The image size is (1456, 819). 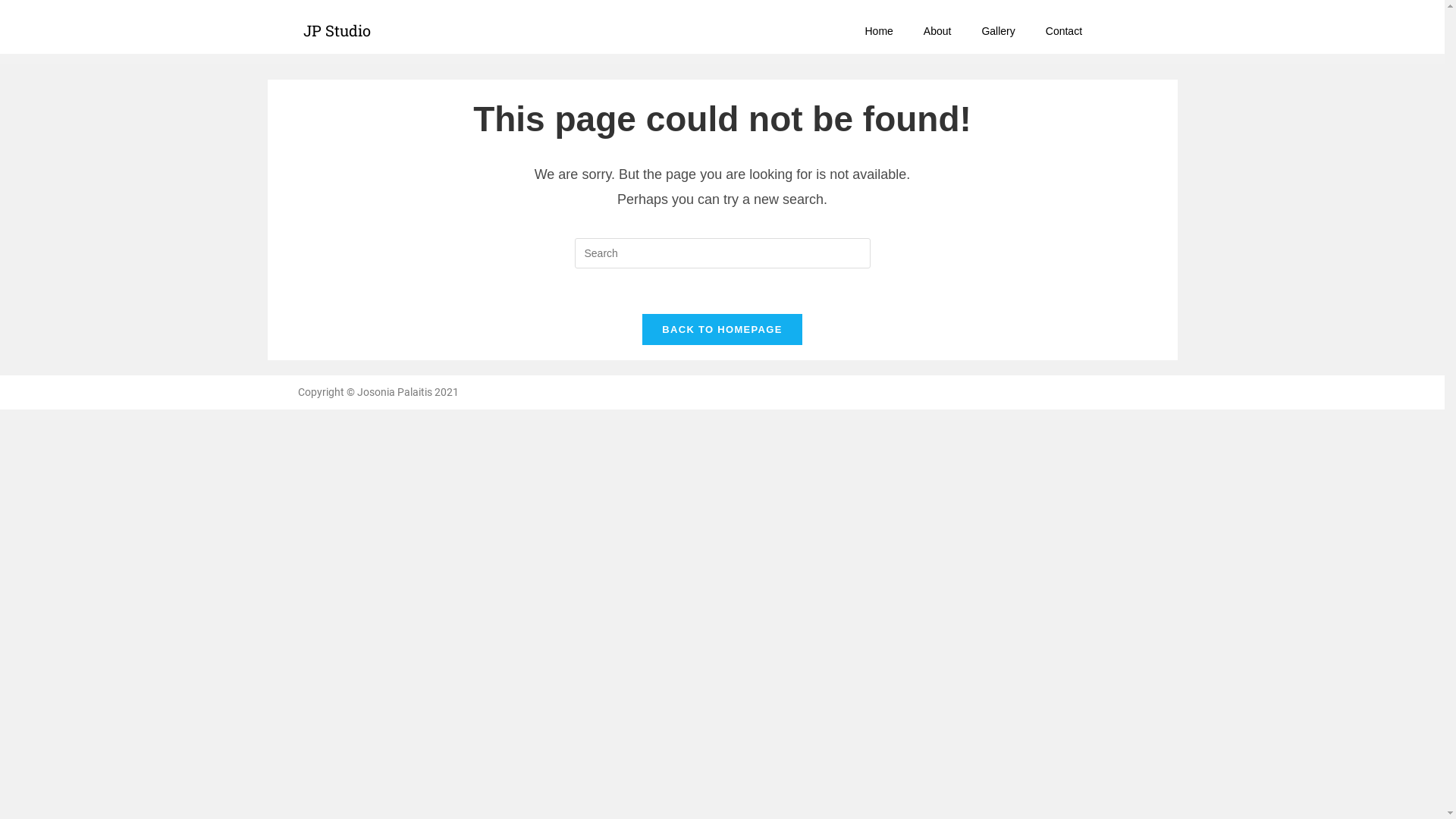 What do you see at coordinates (878, 31) in the screenshot?
I see `'Home'` at bounding box center [878, 31].